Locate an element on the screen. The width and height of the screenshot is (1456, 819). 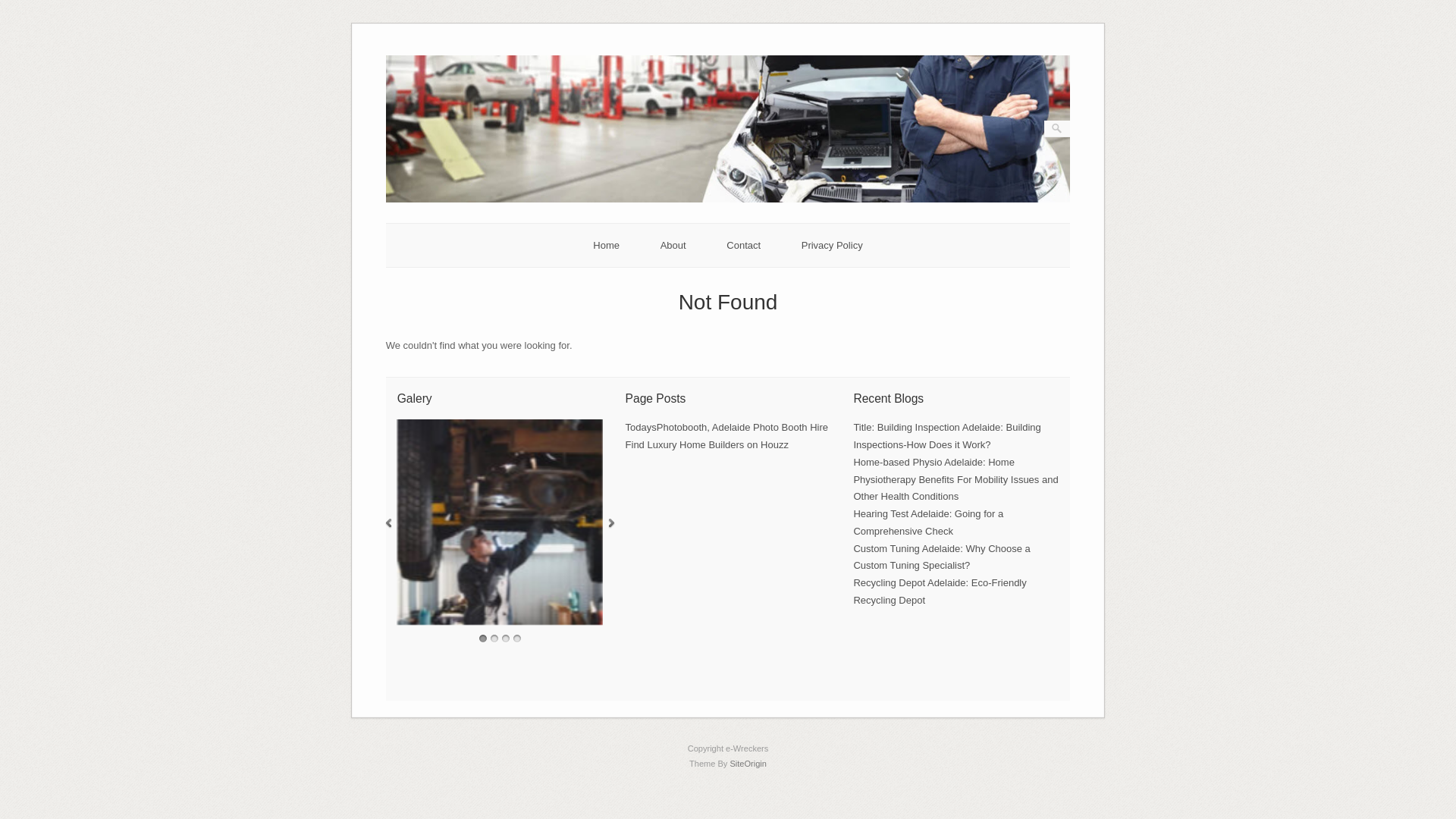
'2' is located at coordinates (494, 639).